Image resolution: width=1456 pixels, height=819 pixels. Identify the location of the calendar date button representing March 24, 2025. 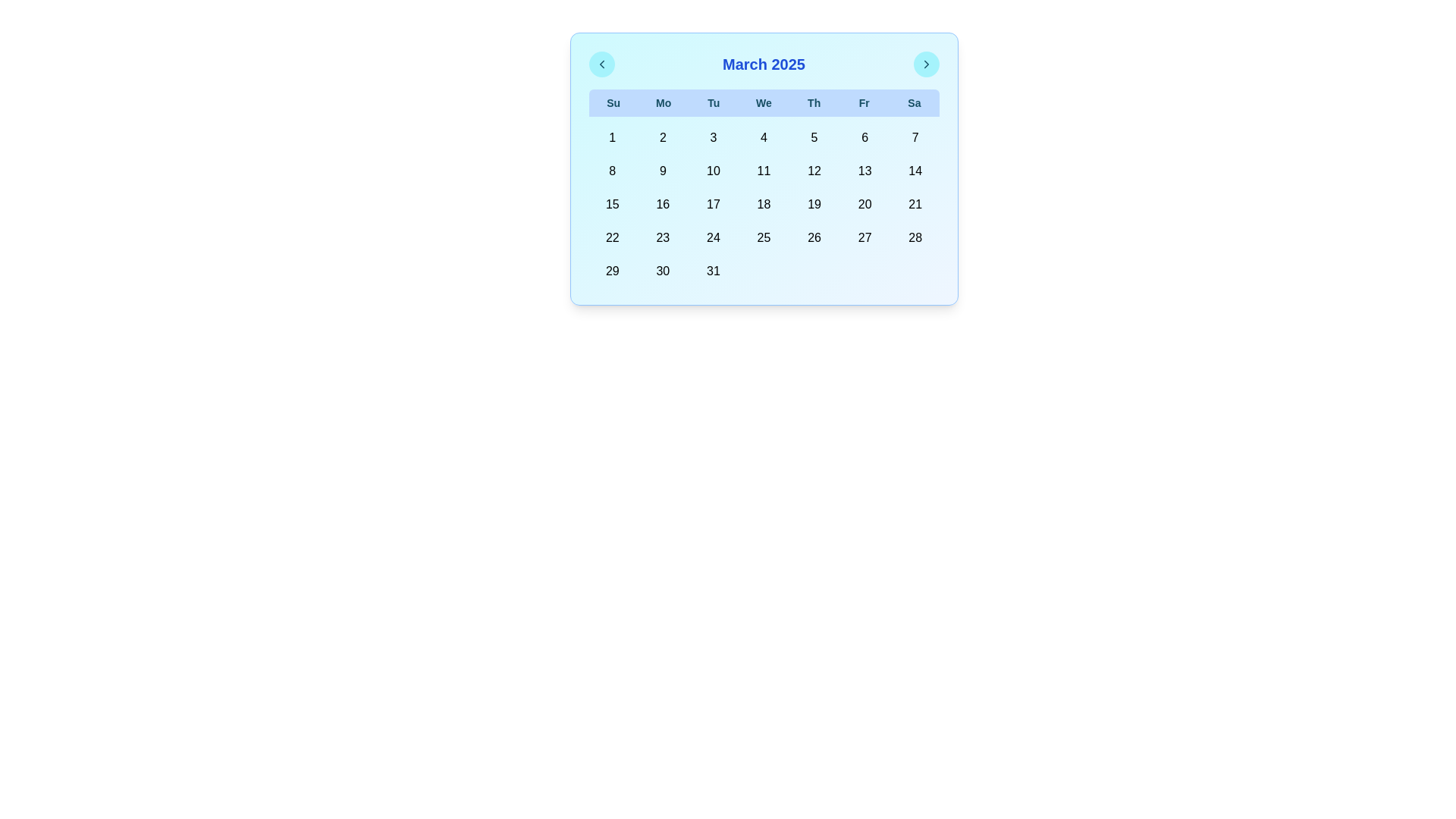
(712, 237).